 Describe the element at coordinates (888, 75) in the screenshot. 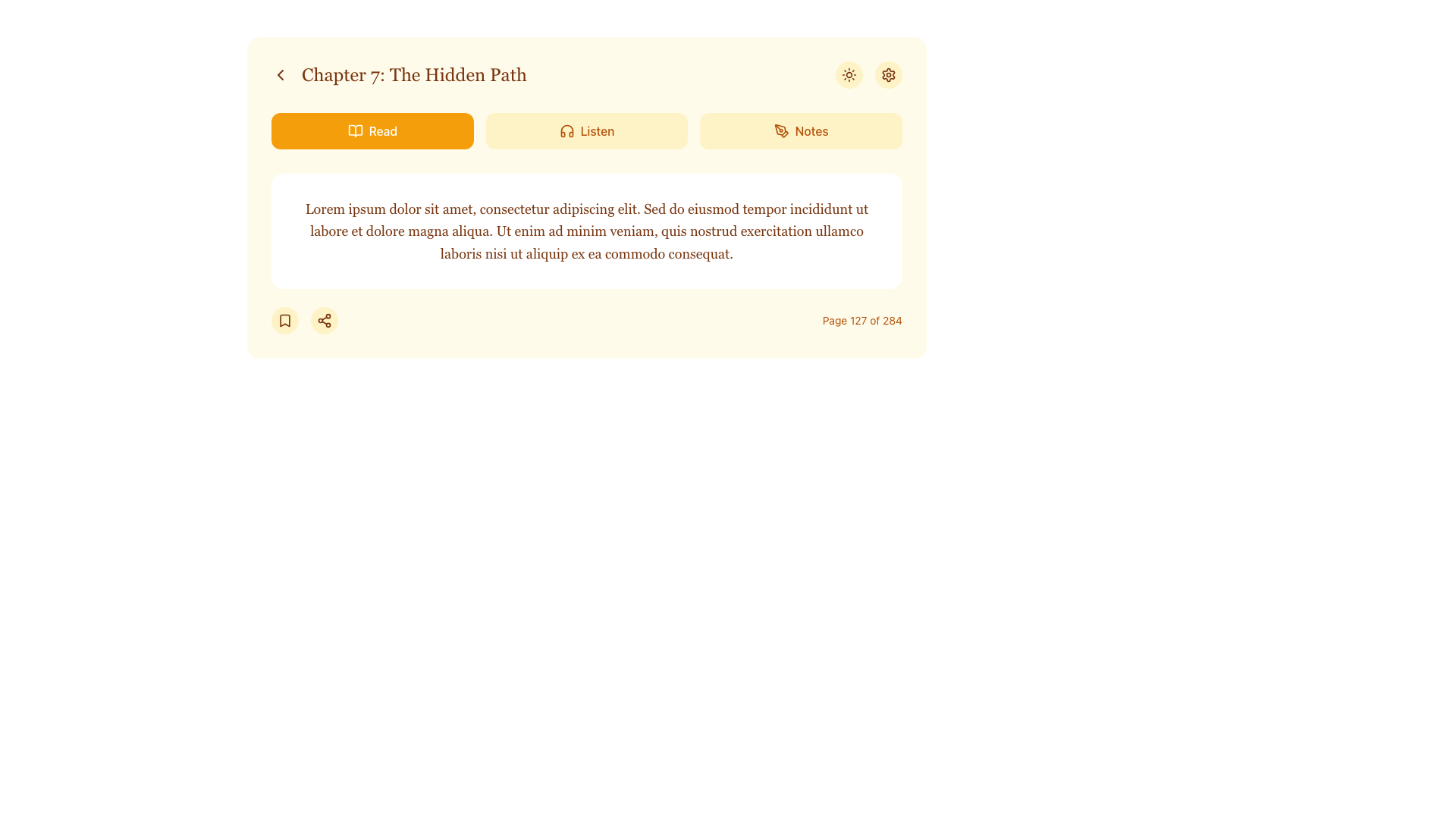

I see `the circular gear-shaped icon in the top-right corner of the interface` at that location.